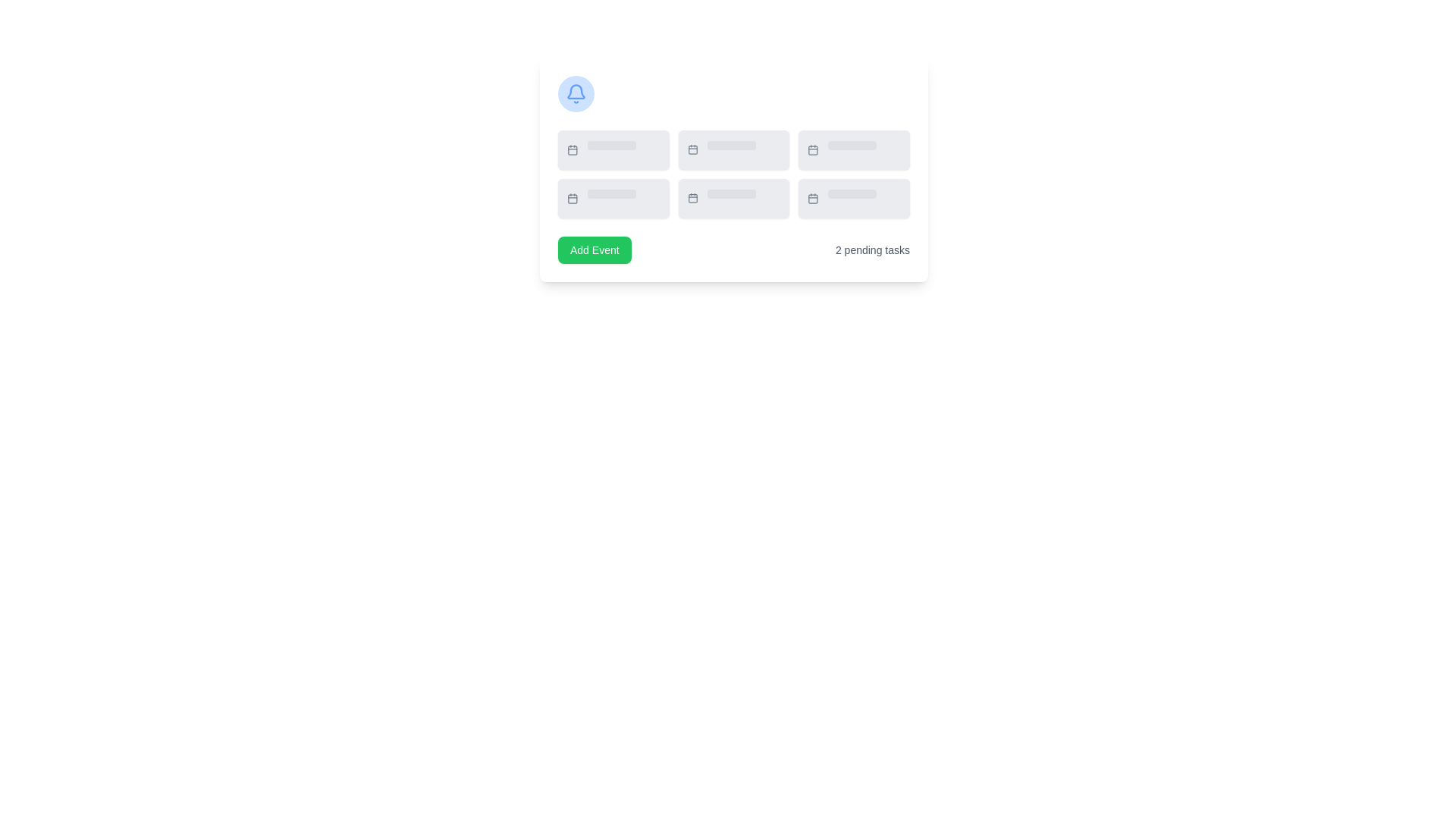 Image resolution: width=1456 pixels, height=819 pixels. I want to click on the thin, rectangular placeholder loader with rounded corners, filled with light gray color, located in the second row of items in a grid-like structure, so click(623, 155).